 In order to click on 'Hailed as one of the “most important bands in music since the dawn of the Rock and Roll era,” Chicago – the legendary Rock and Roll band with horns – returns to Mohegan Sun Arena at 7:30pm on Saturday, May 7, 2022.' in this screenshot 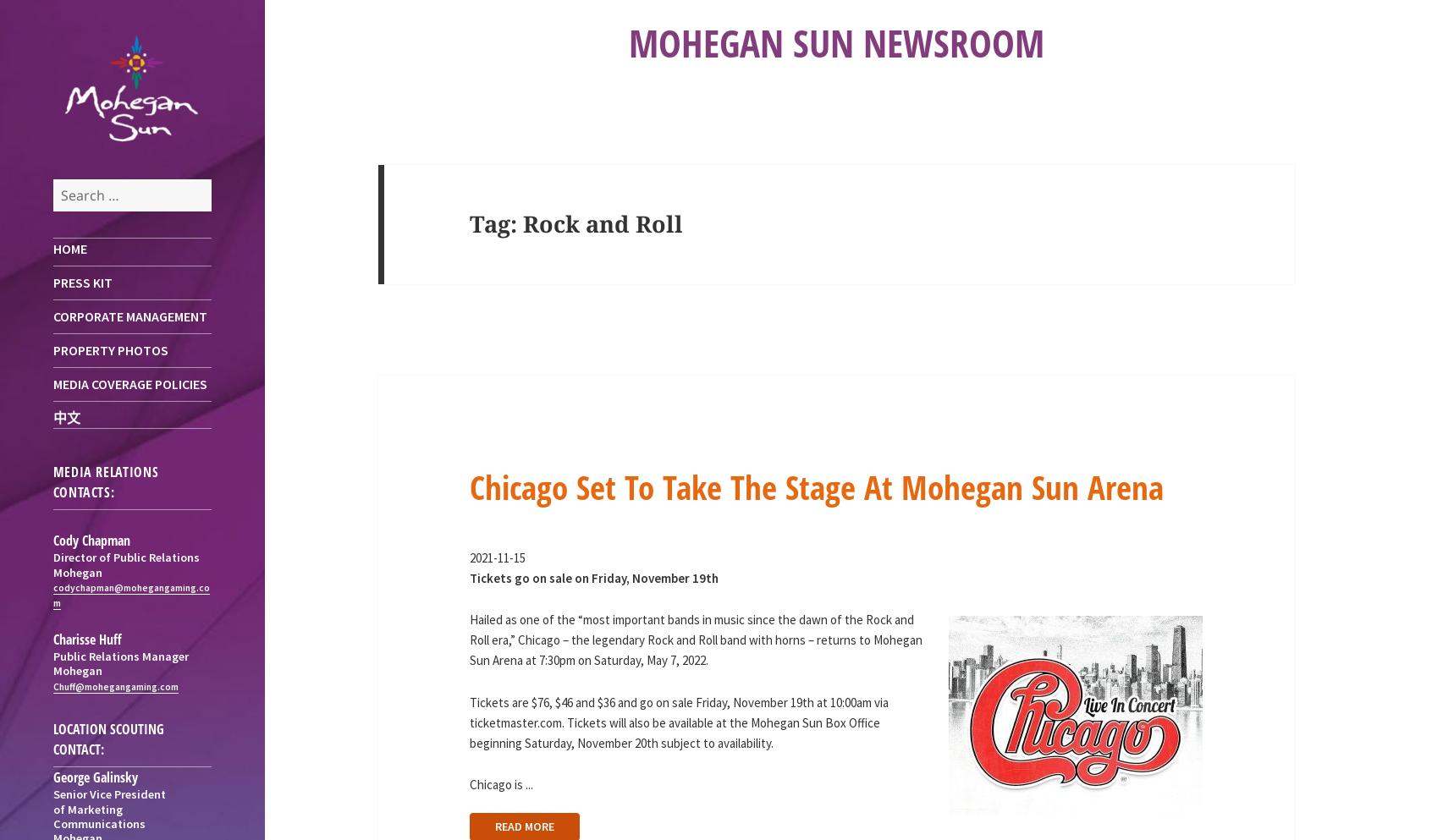, I will do `click(695, 640)`.